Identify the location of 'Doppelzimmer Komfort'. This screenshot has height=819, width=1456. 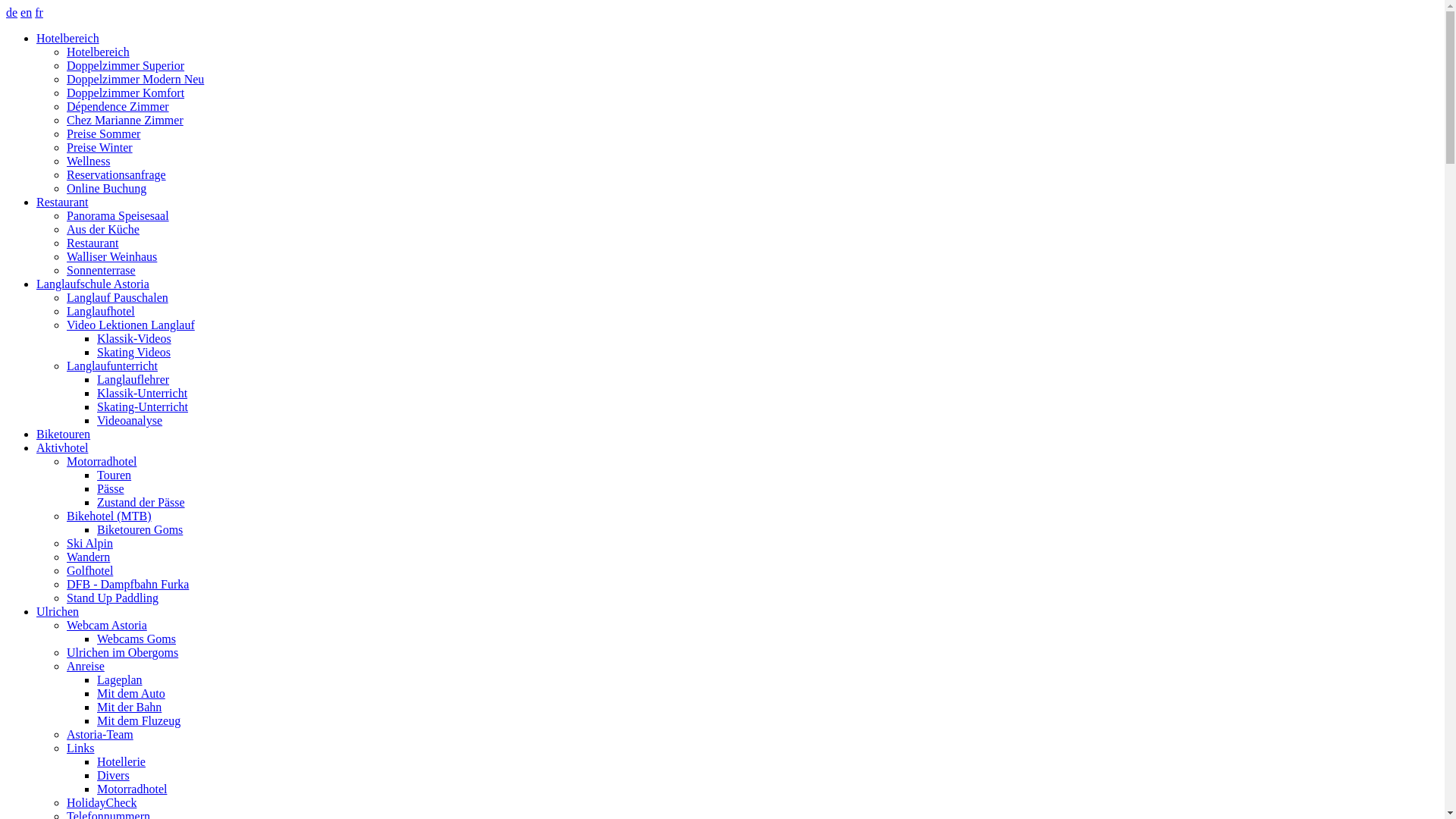
(125, 93).